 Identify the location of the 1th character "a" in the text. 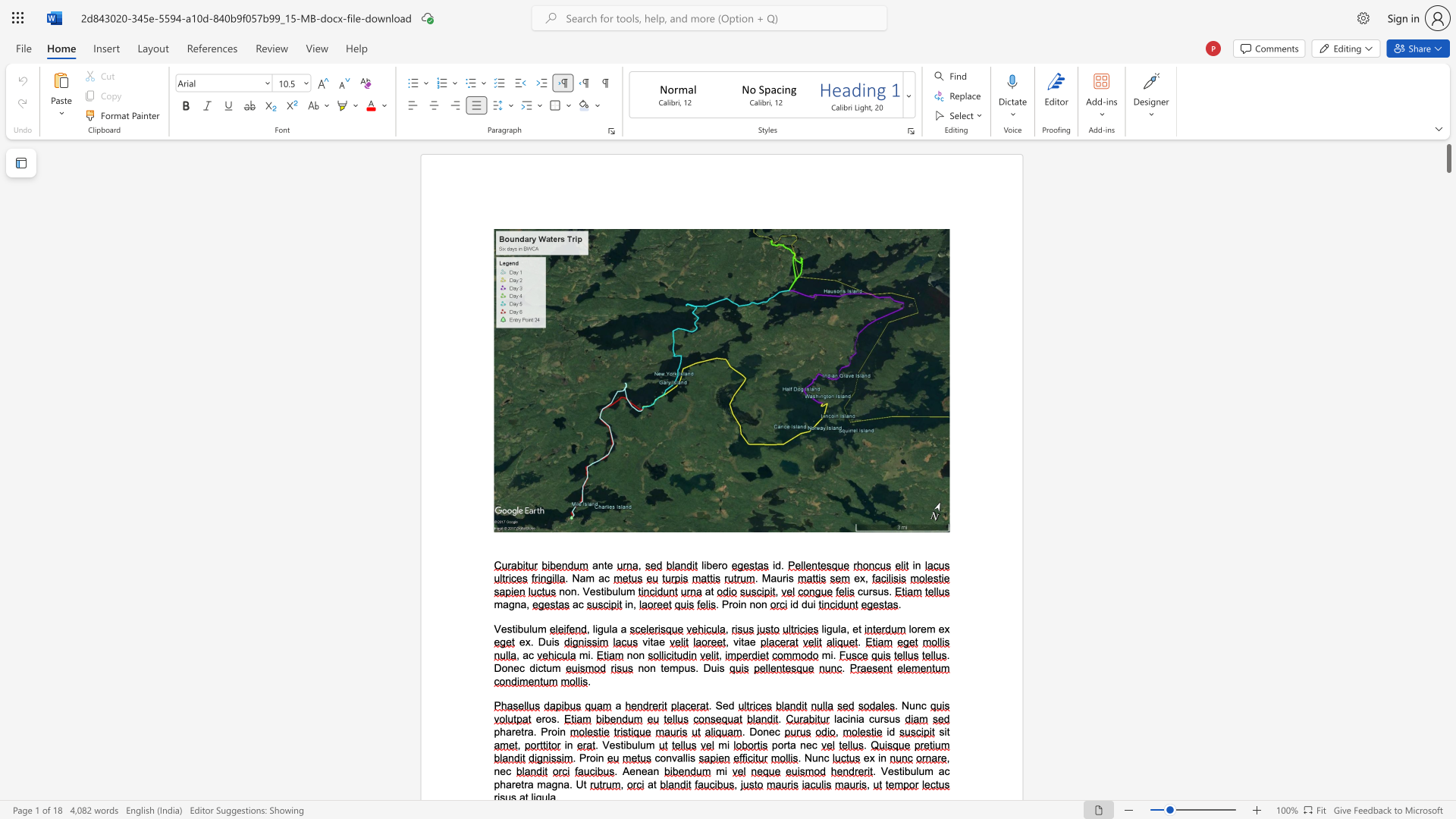
(614, 629).